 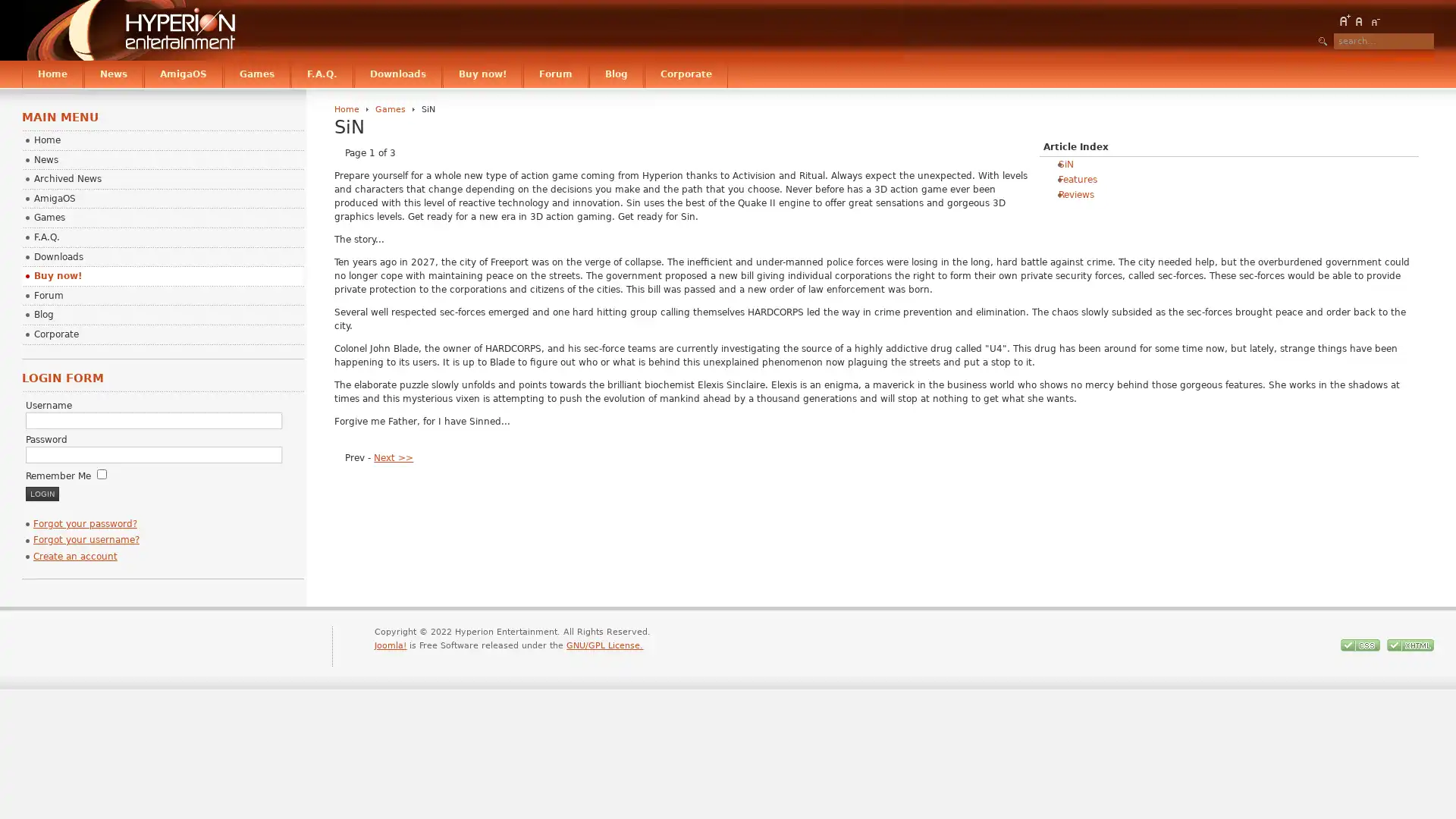 What do you see at coordinates (41, 493) in the screenshot?
I see `Login` at bounding box center [41, 493].